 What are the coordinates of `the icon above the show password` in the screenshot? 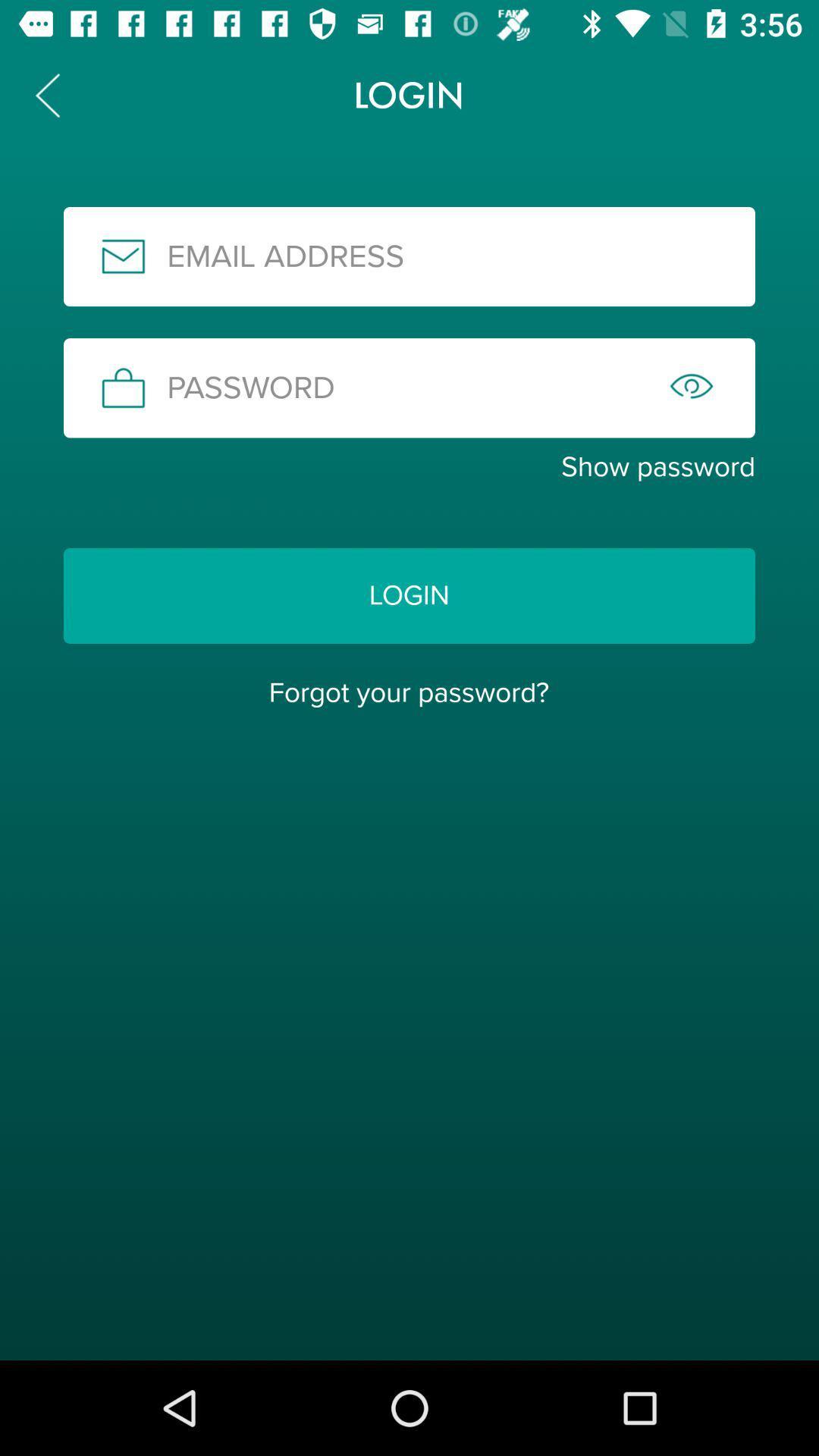 It's located at (409, 388).